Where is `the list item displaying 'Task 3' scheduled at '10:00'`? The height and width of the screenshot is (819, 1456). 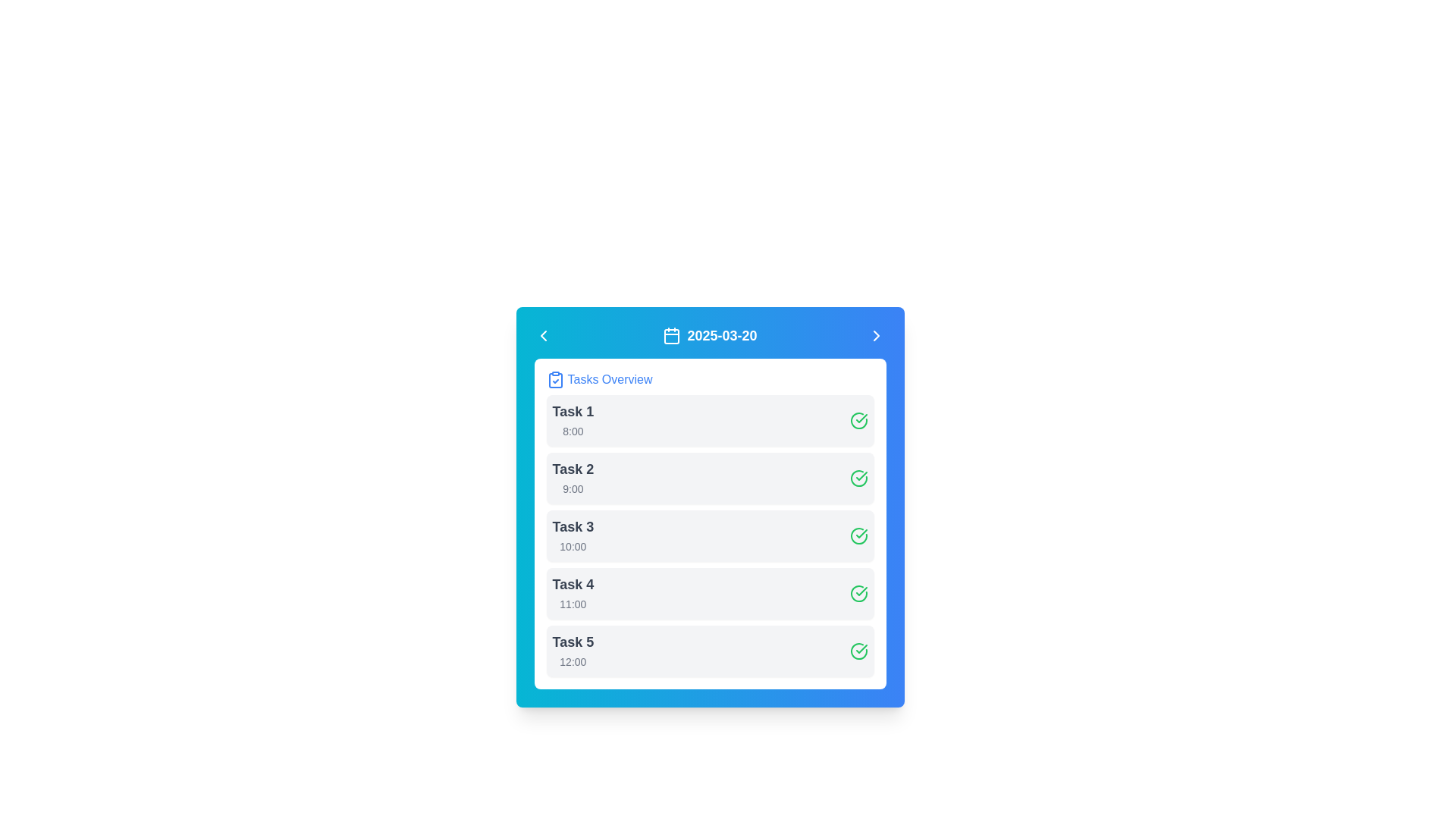
the list item displaying 'Task 3' scheduled at '10:00' is located at coordinates (709, 522).